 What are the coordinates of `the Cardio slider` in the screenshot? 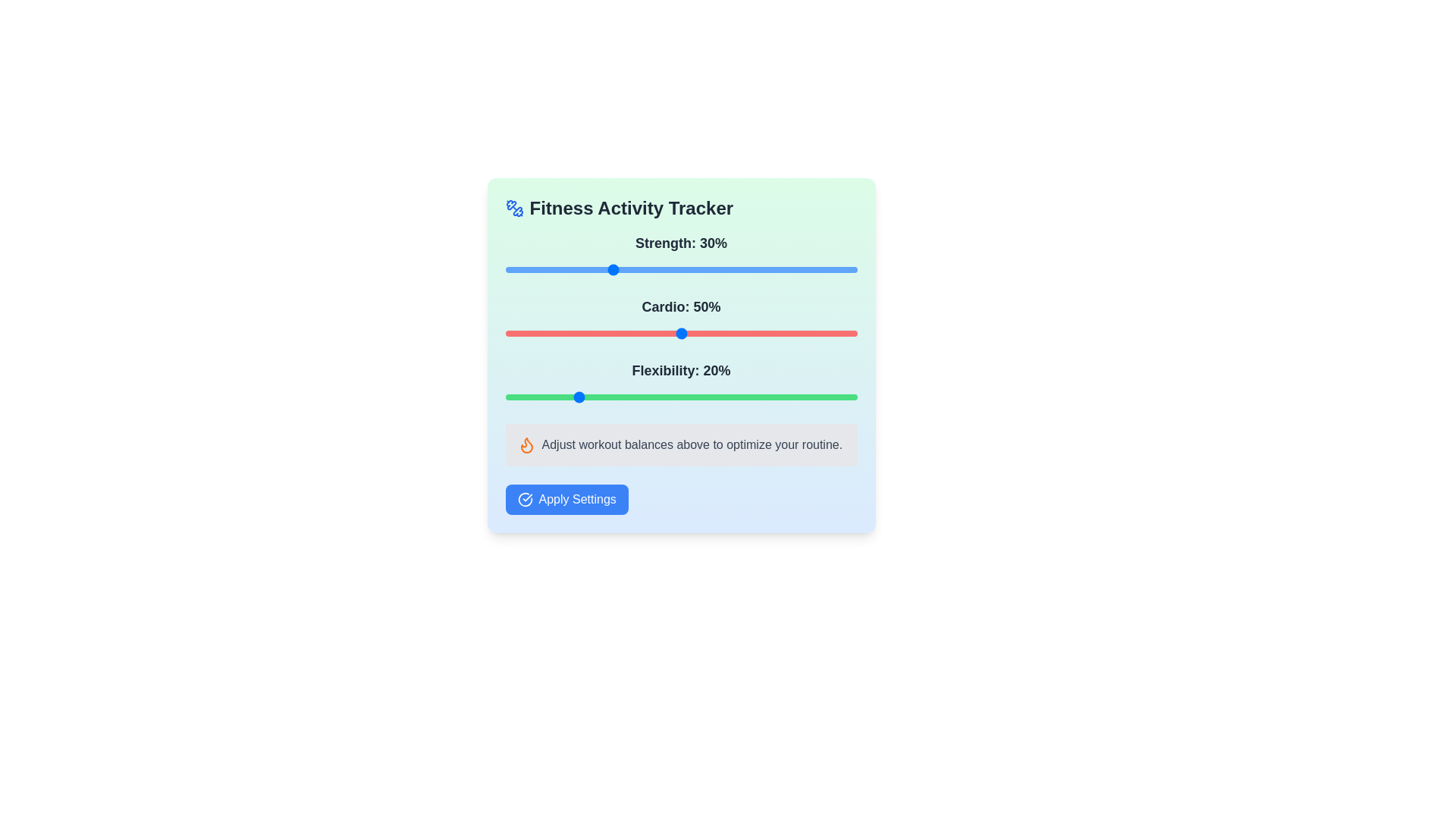 It's located at (803, 332).